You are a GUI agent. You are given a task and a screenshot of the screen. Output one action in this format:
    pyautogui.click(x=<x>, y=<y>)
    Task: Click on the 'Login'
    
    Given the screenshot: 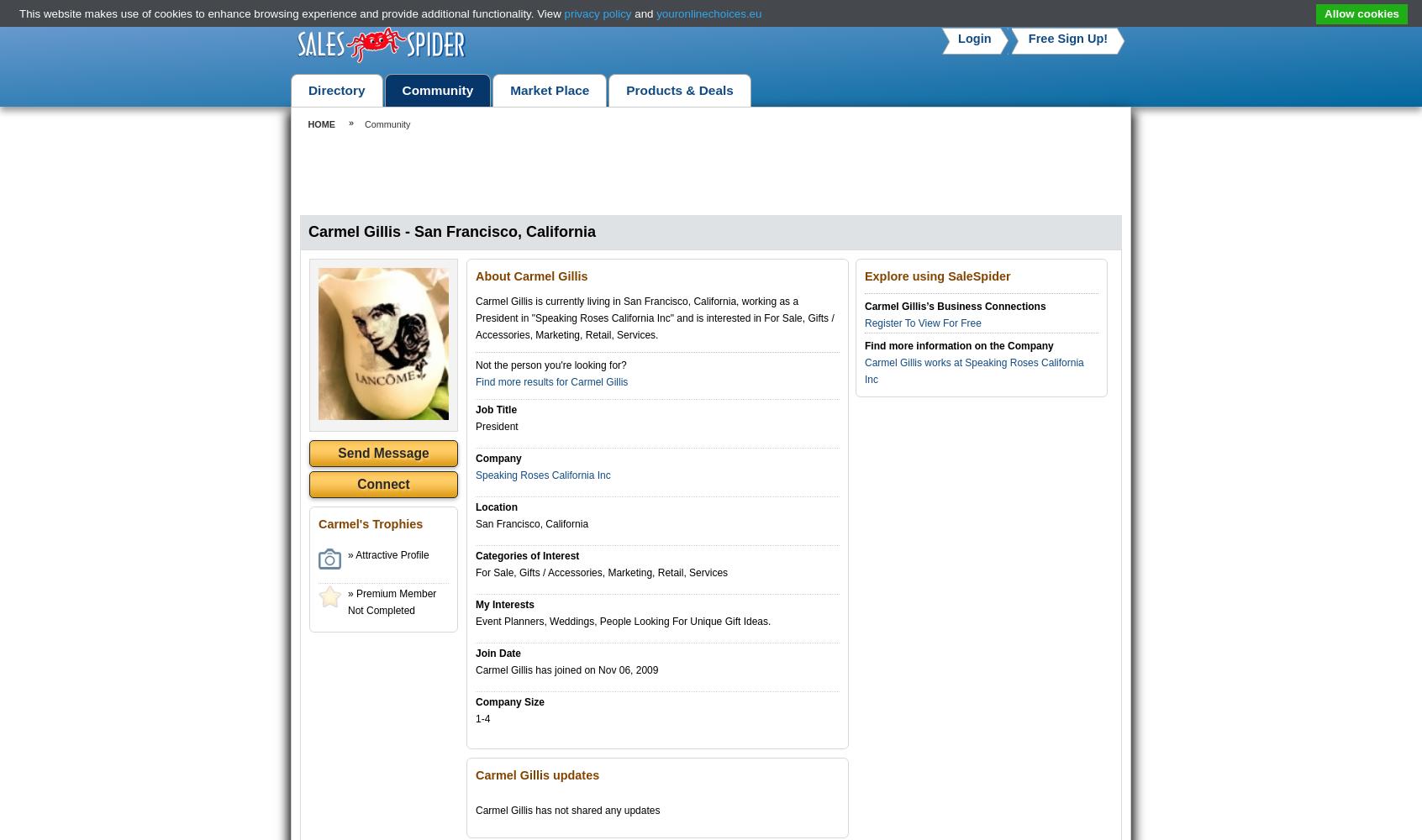 What is the action you would take?
    pyautogui.click(x=957, y=39)
    